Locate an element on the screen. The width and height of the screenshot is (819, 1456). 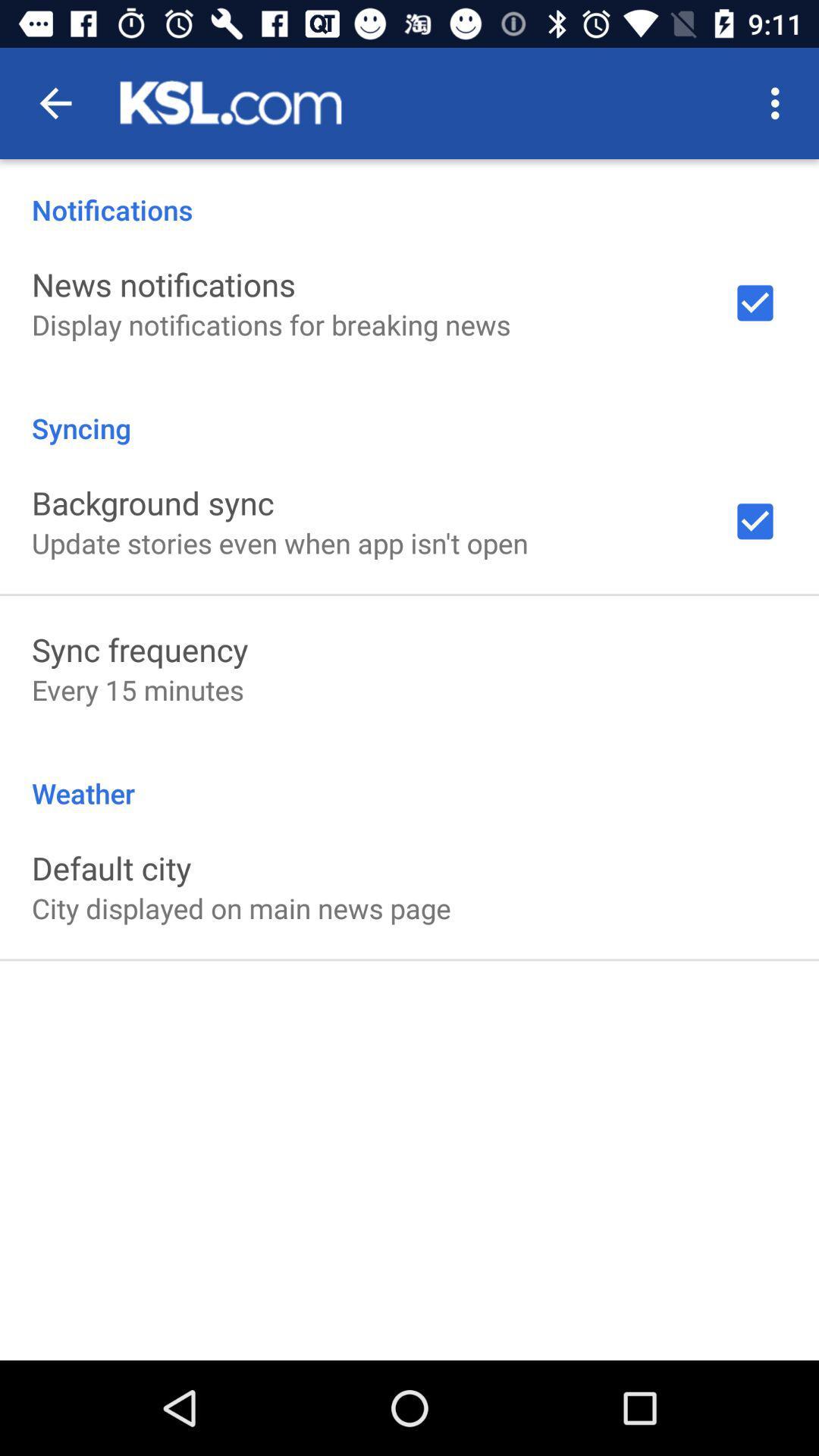
the item below news notifications app is located at coordinates (270, 324).